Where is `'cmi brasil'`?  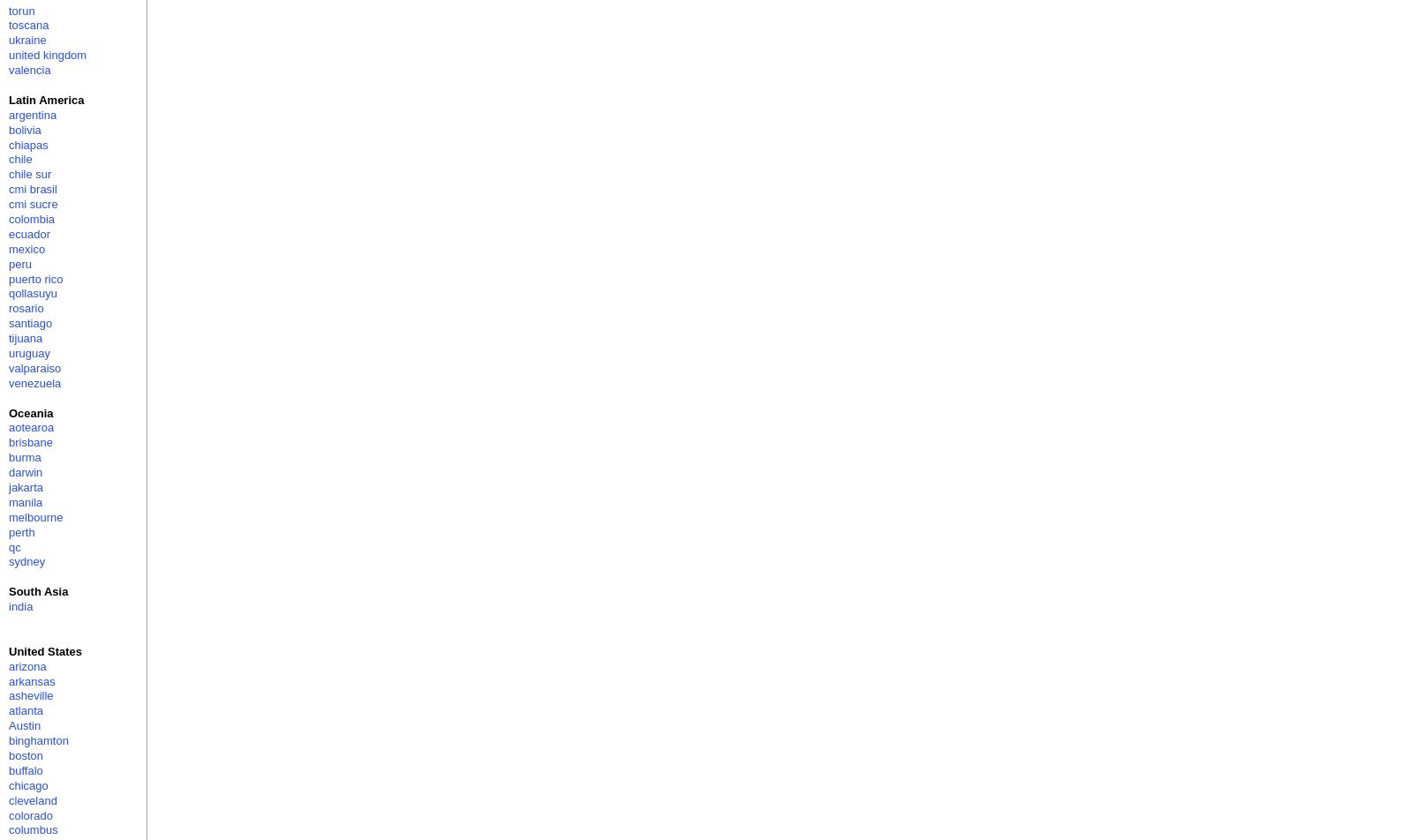
'cmi brasil' is located at coordinates (8, 189).